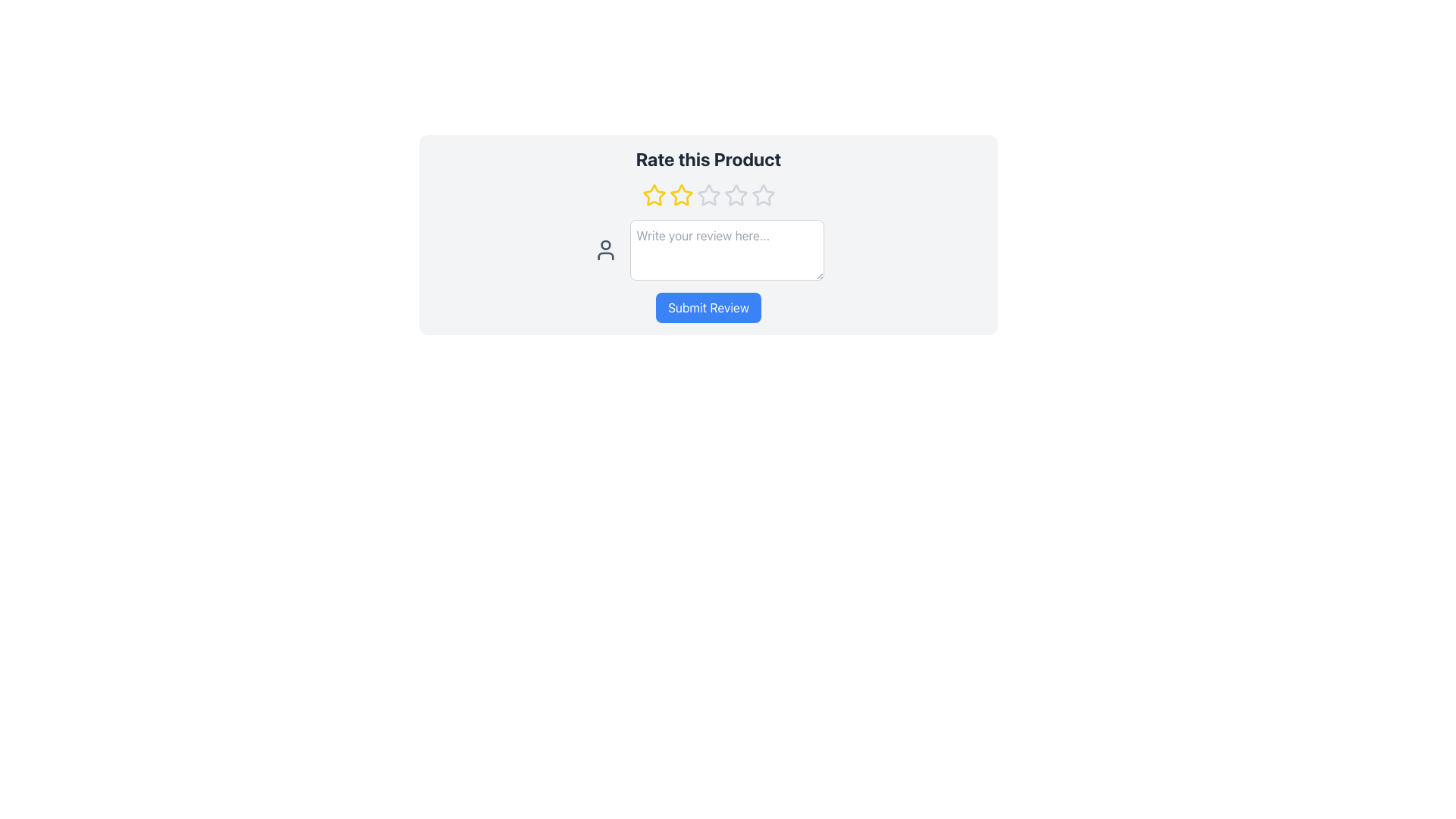 The width and height of the screenshot is (1456, 819). I want to click on the active yellow star icon, which is the second star in the rating component, as part of the draggable rating control, so click(680, 195).